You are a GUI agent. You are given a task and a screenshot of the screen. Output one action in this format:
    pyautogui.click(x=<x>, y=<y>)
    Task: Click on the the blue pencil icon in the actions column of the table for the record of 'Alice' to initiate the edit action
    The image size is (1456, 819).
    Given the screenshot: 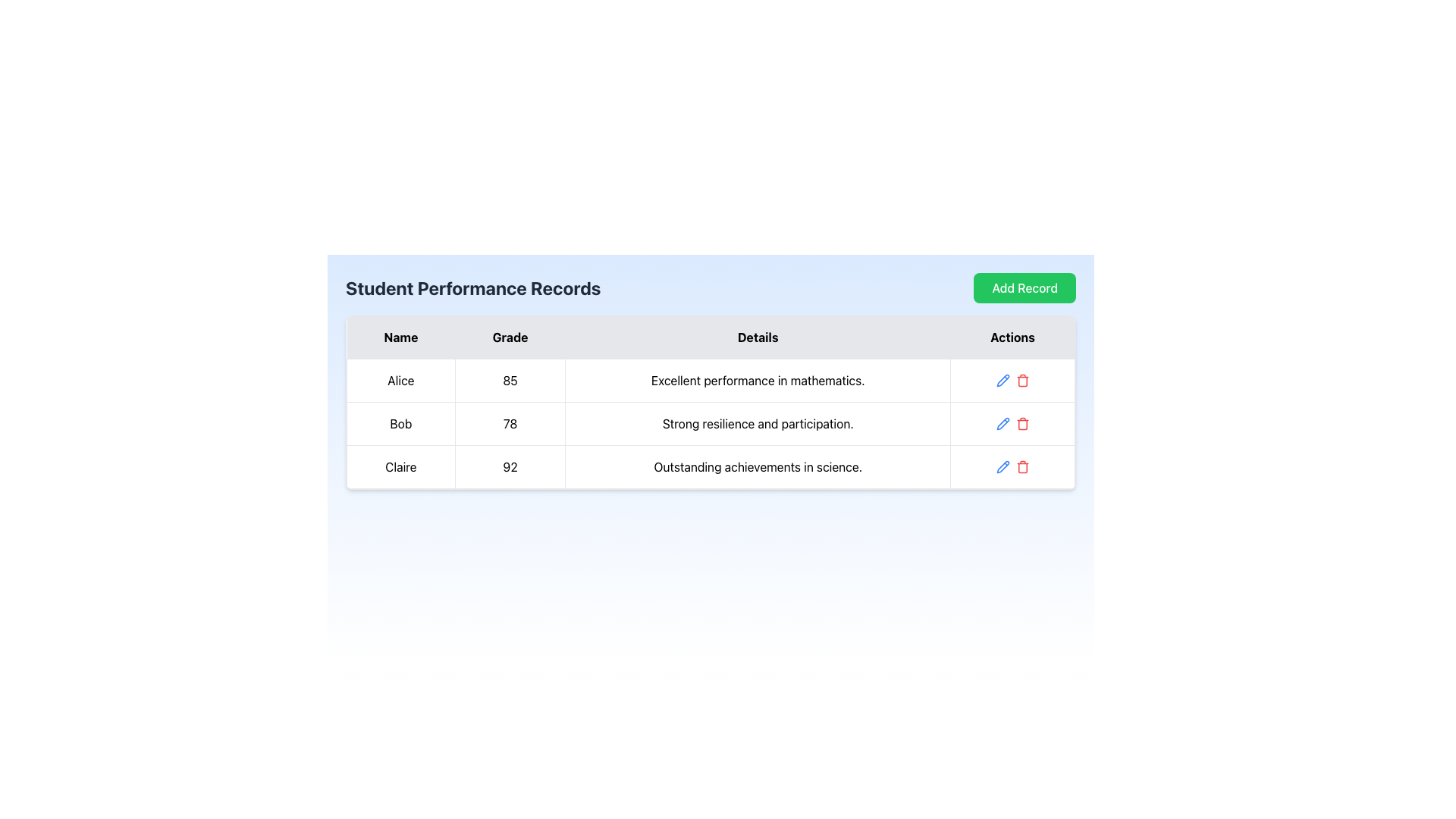 What is the action you would take?
    pyautogui.click(x=1012, y=379)
    